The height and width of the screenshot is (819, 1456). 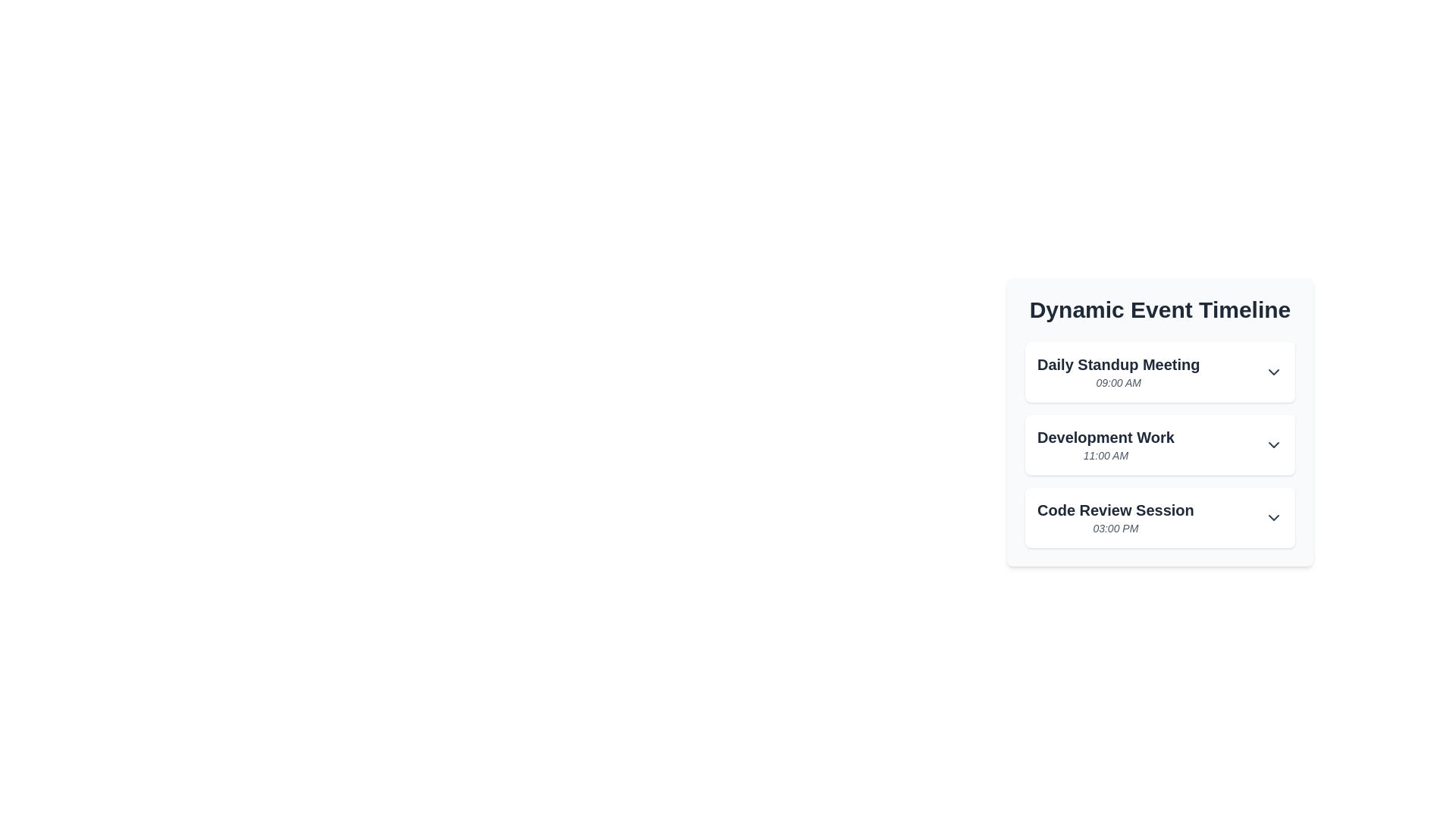 What do you see at coordinates (1119, 372) in the screenshot?
I see `the text display component that shows the event information for the 'Daily Standup Meeting', which is the first entry in the list within the 'Dynamic Event Timeline' panel` at bounding box center [1119, 372].